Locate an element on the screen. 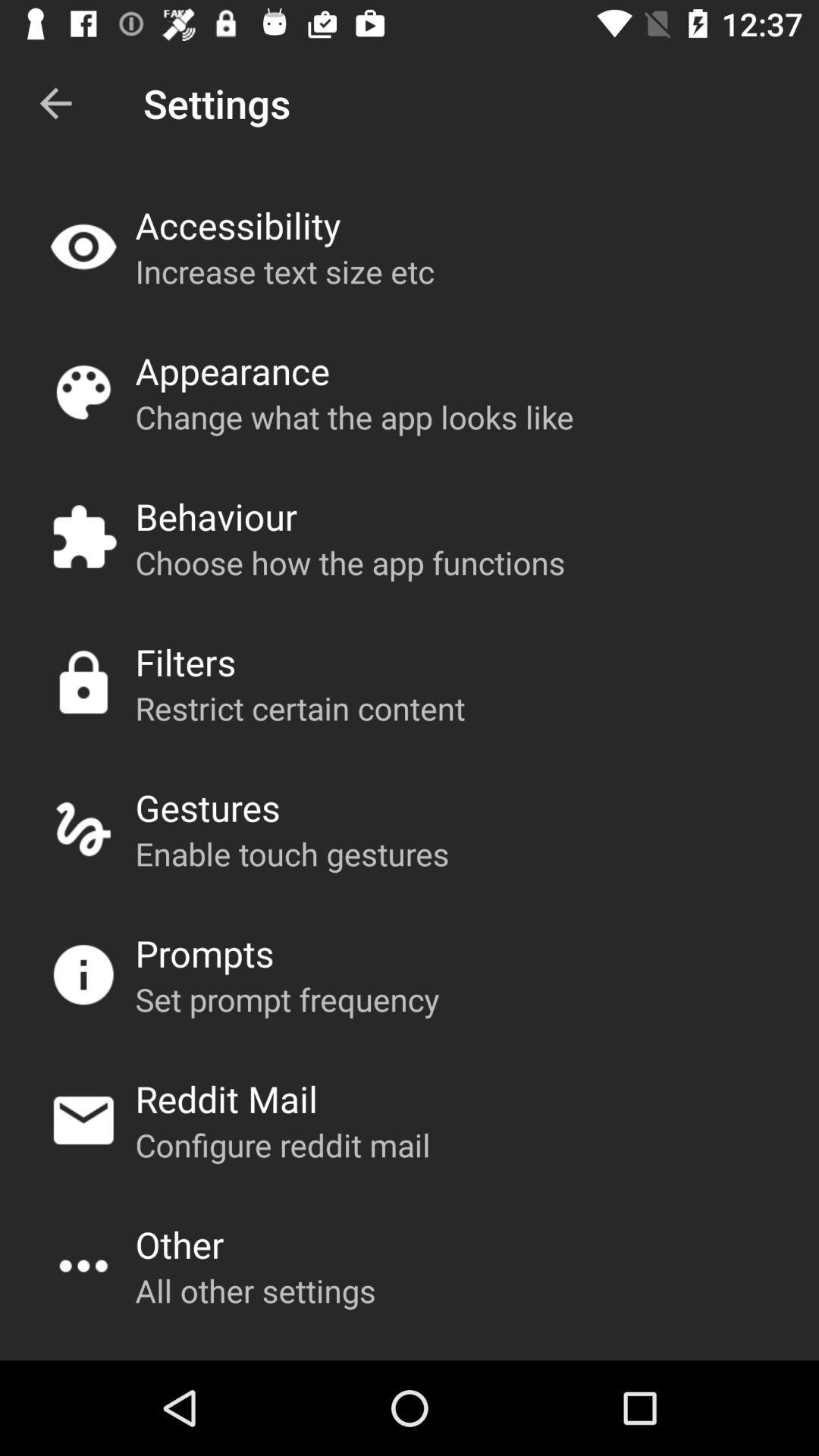 The width and height of the screenshot is (819, 1456). app above the reddit mail is located at coordinates (287, 999).